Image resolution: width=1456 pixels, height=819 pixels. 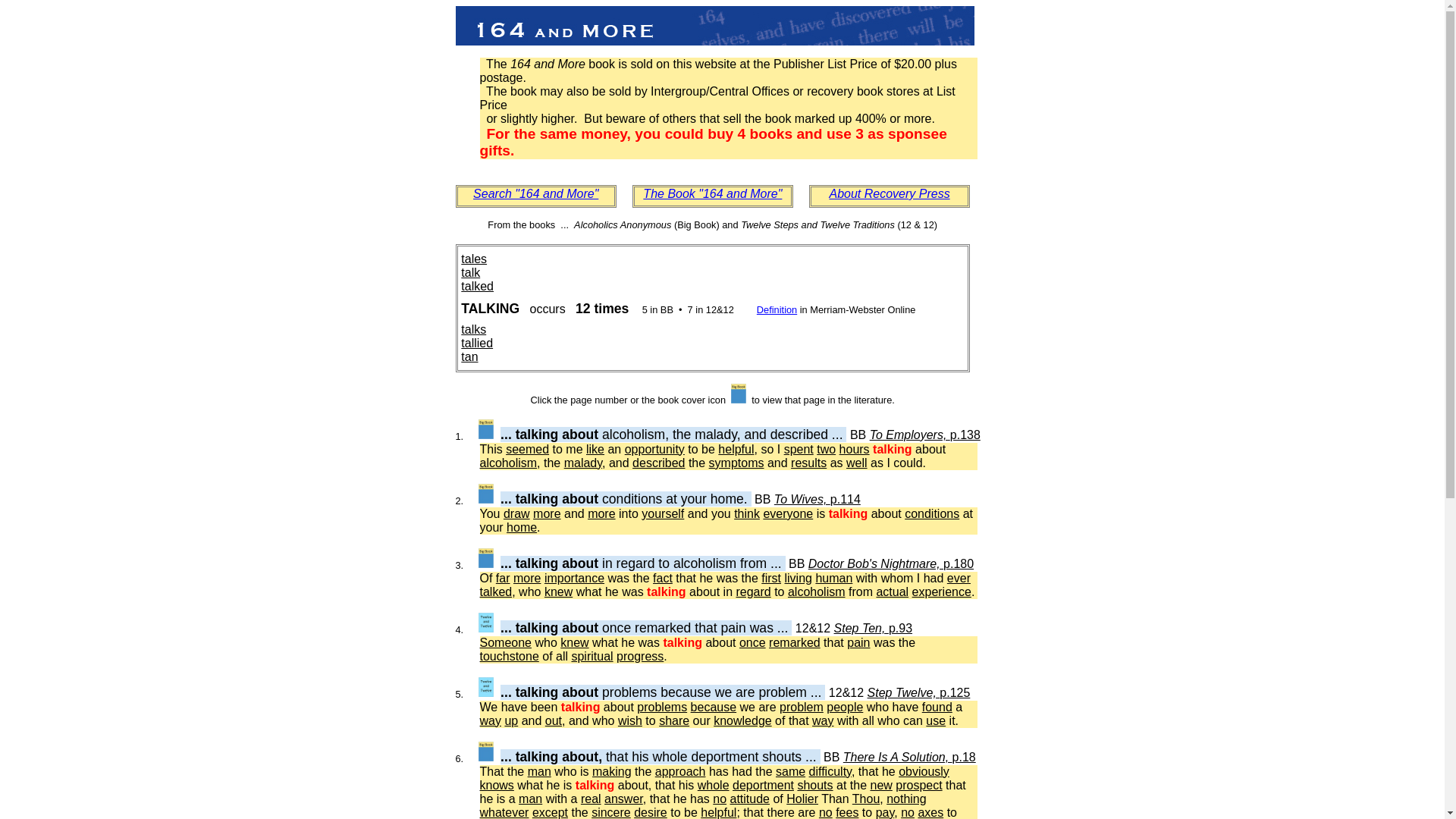 I want to click on 'importance', so click(x=573, y=578).